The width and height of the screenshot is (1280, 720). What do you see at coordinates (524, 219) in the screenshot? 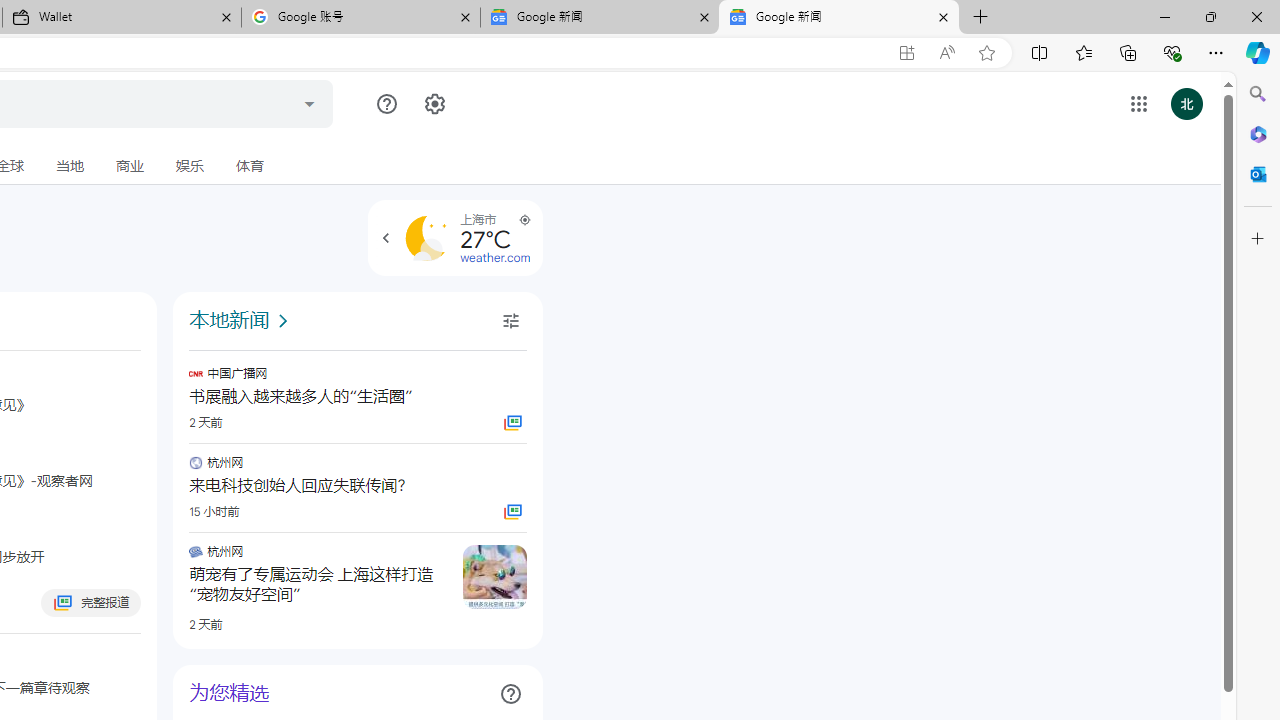
I see `'Class: zRMMZb NMm5M'` at bounding box center [524, 219].